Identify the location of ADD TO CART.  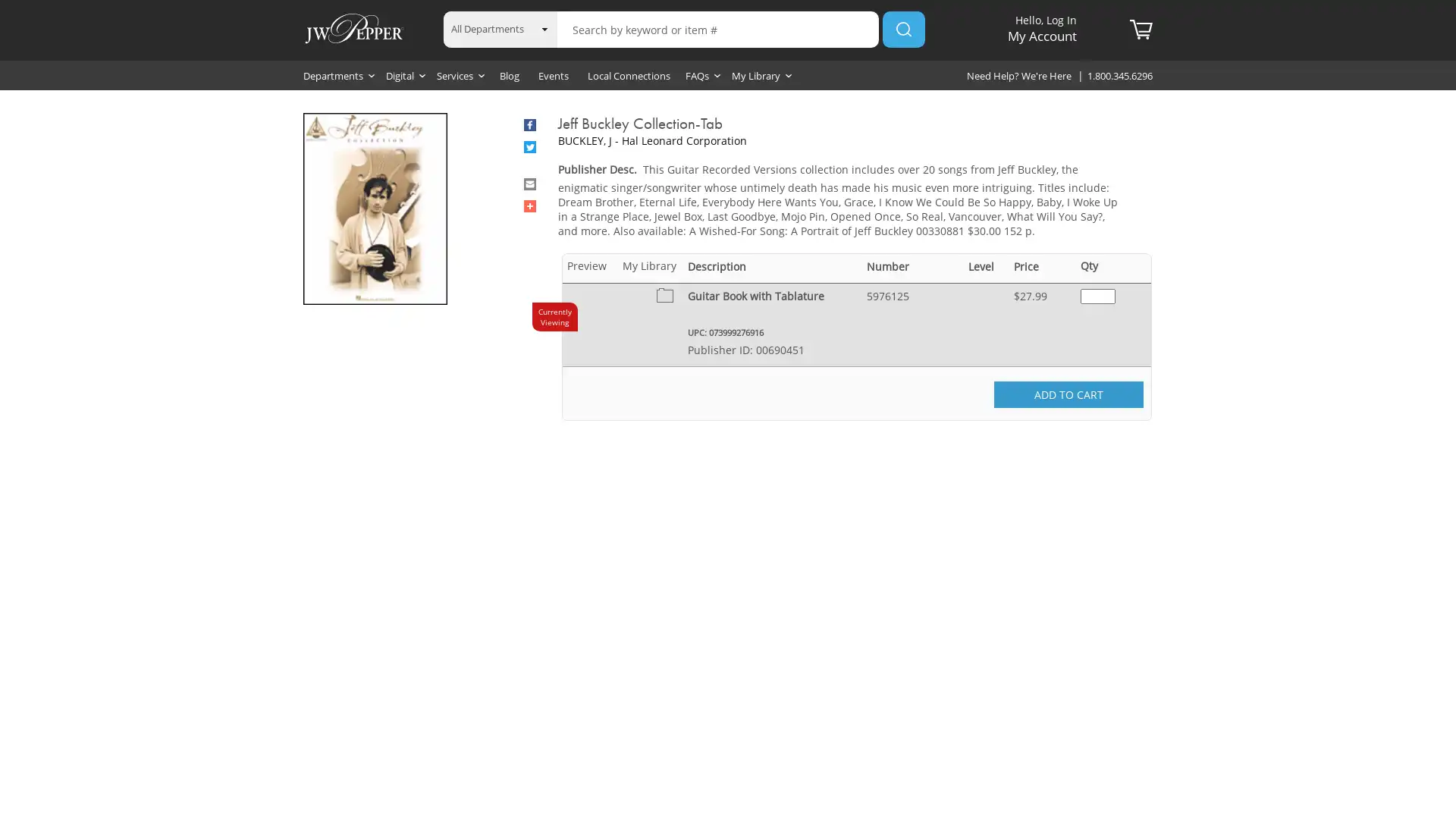
(1068, 393).